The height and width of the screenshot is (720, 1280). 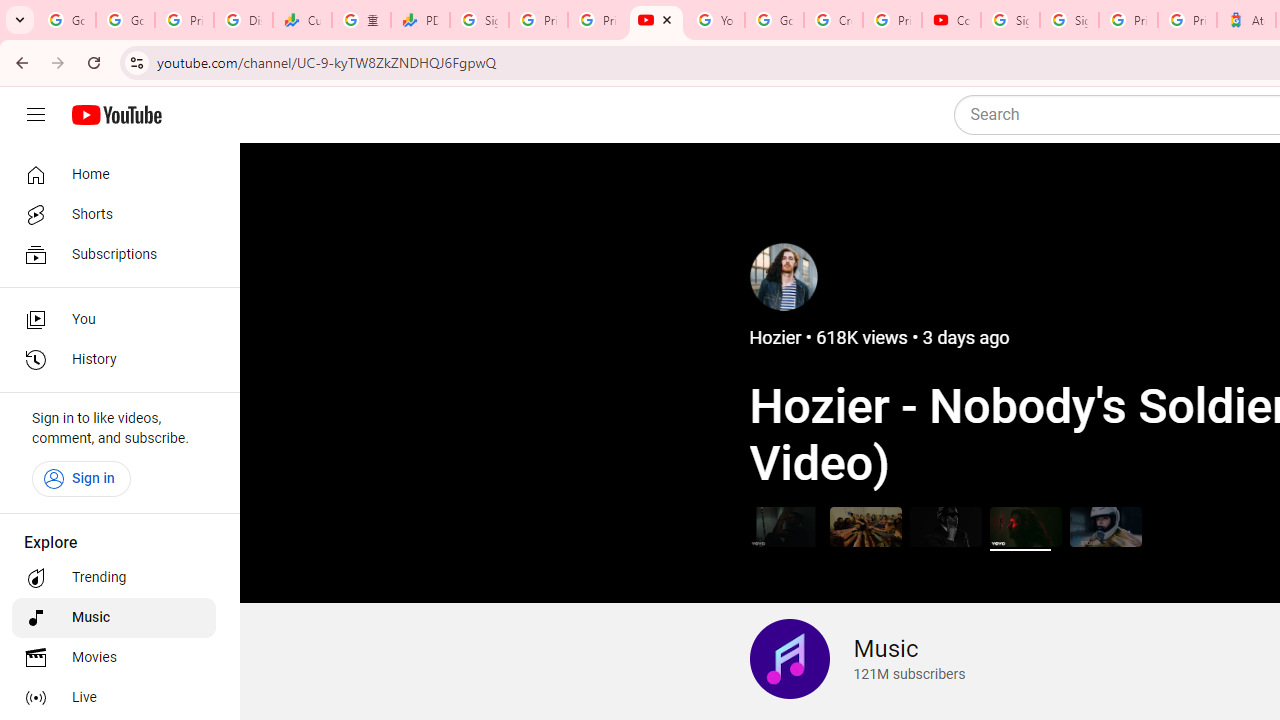 I want to click on 'Google Workspace Admin Community', so click(x=66, y=20).